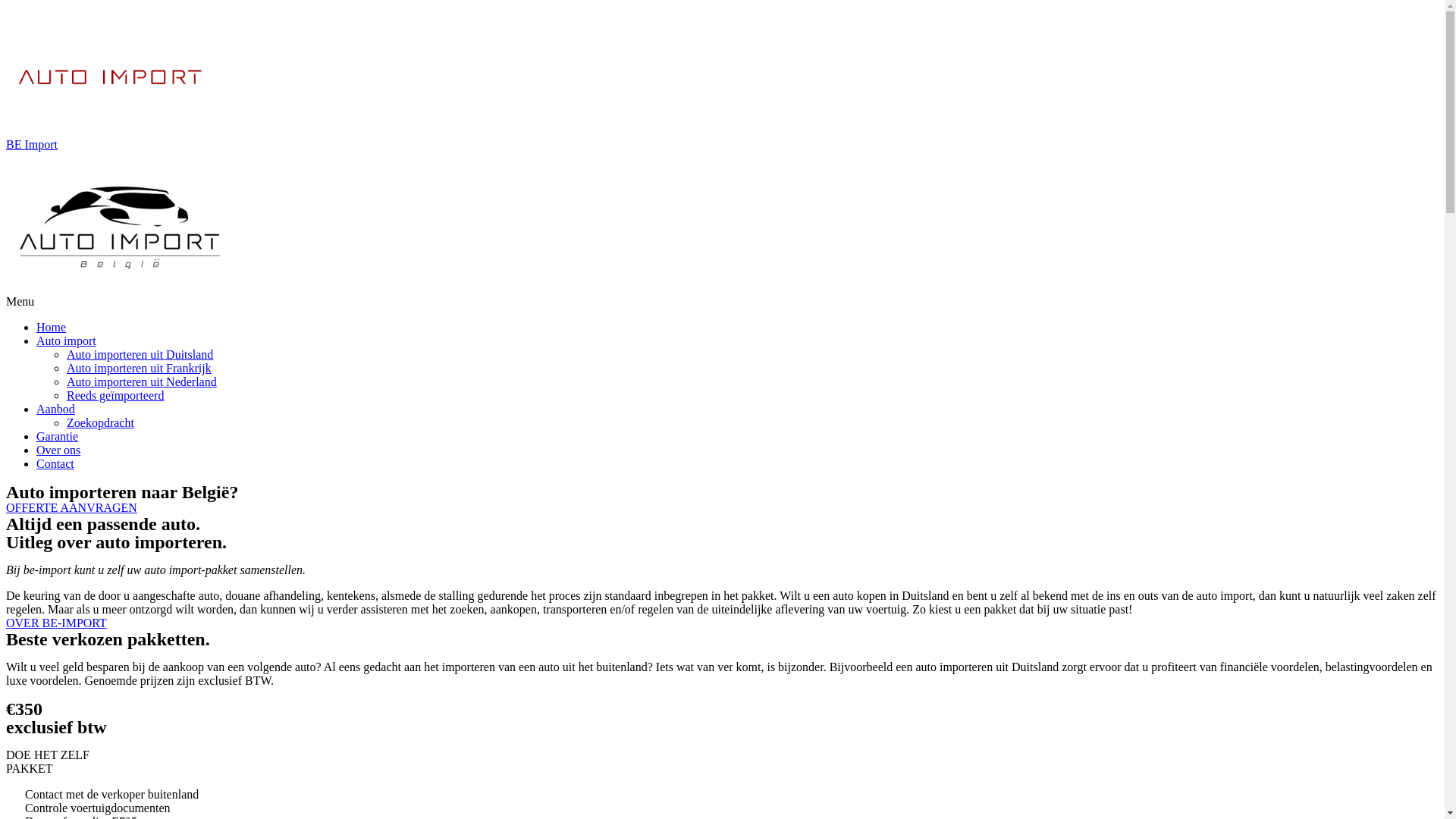  What do you see at coordinates (6, 507) in the screenshot?
I see `'OFFERTE AANVRAGEN'` at bounding box center [6, 507].